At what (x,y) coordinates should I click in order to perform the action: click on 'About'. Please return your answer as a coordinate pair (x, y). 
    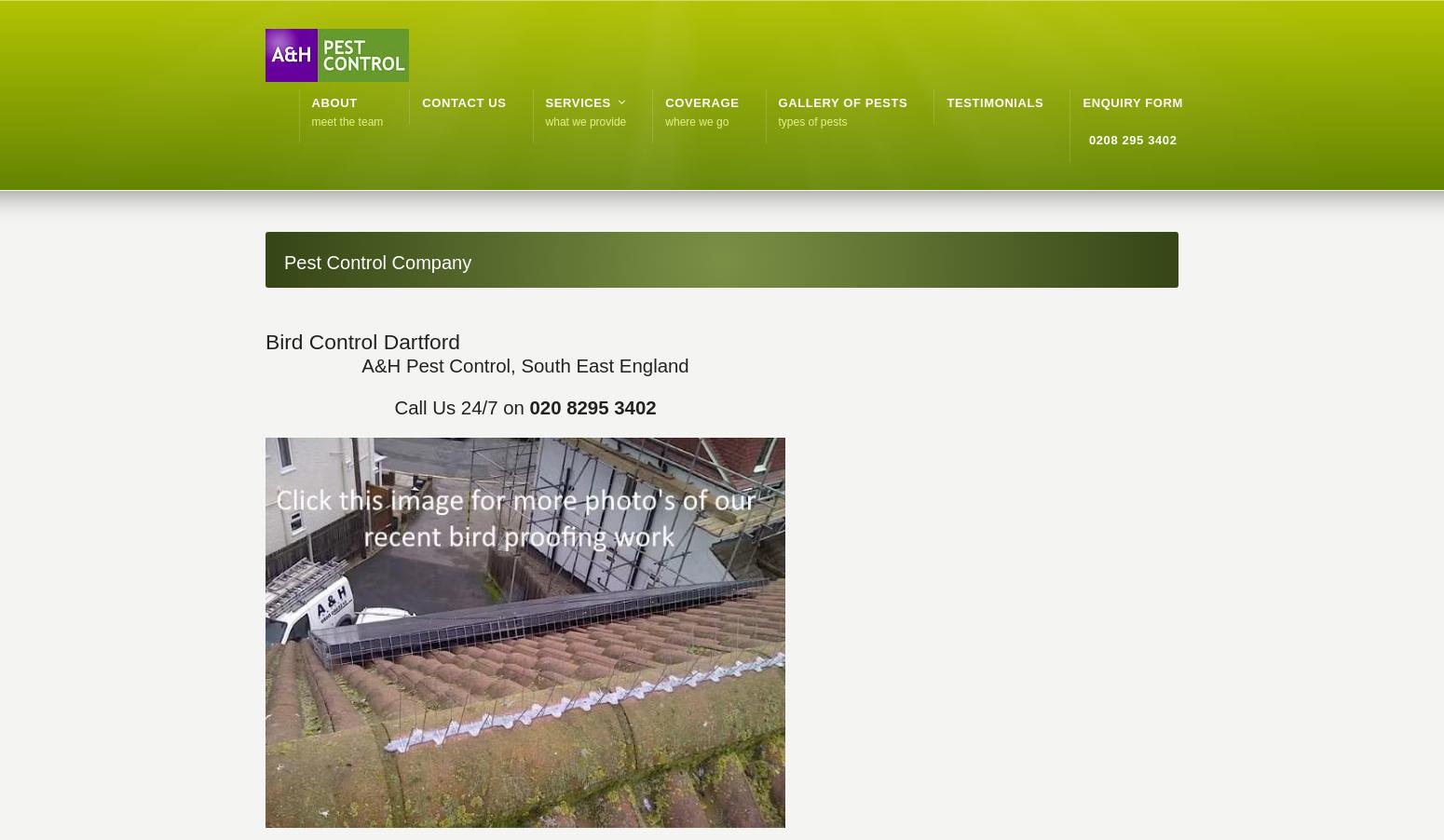
    Looking at the image, I should click on (333, 102).